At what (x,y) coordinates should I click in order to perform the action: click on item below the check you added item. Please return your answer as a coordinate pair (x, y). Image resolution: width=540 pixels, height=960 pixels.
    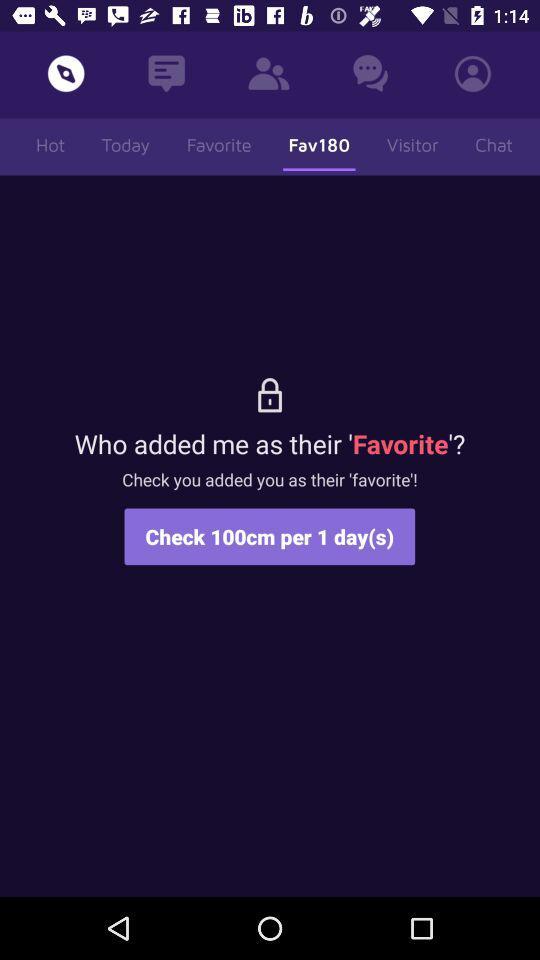
    Looking at the image, I should click on (269, 535).